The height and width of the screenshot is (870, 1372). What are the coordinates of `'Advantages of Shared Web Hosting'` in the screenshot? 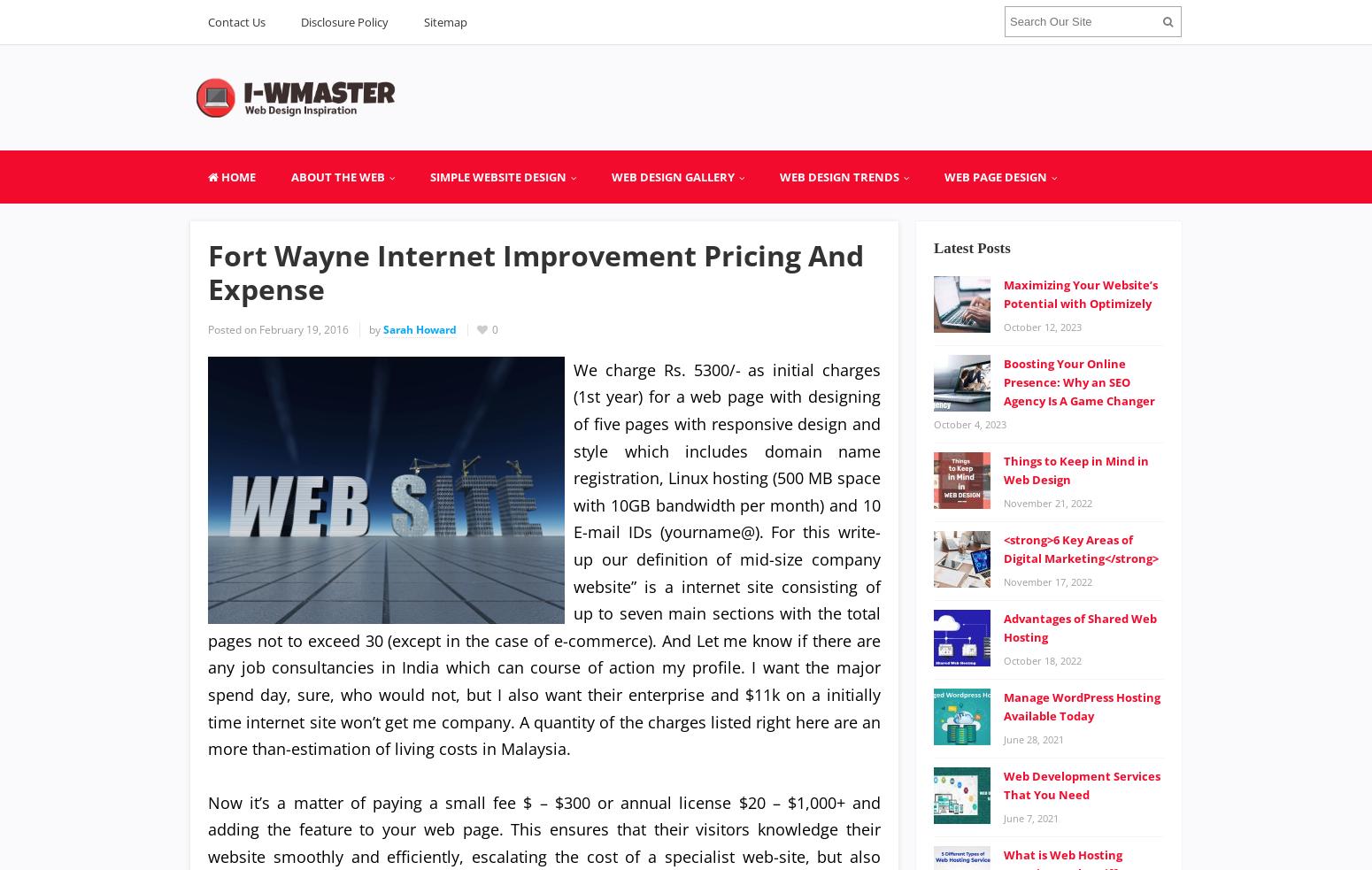 It's located at (1080, 626).